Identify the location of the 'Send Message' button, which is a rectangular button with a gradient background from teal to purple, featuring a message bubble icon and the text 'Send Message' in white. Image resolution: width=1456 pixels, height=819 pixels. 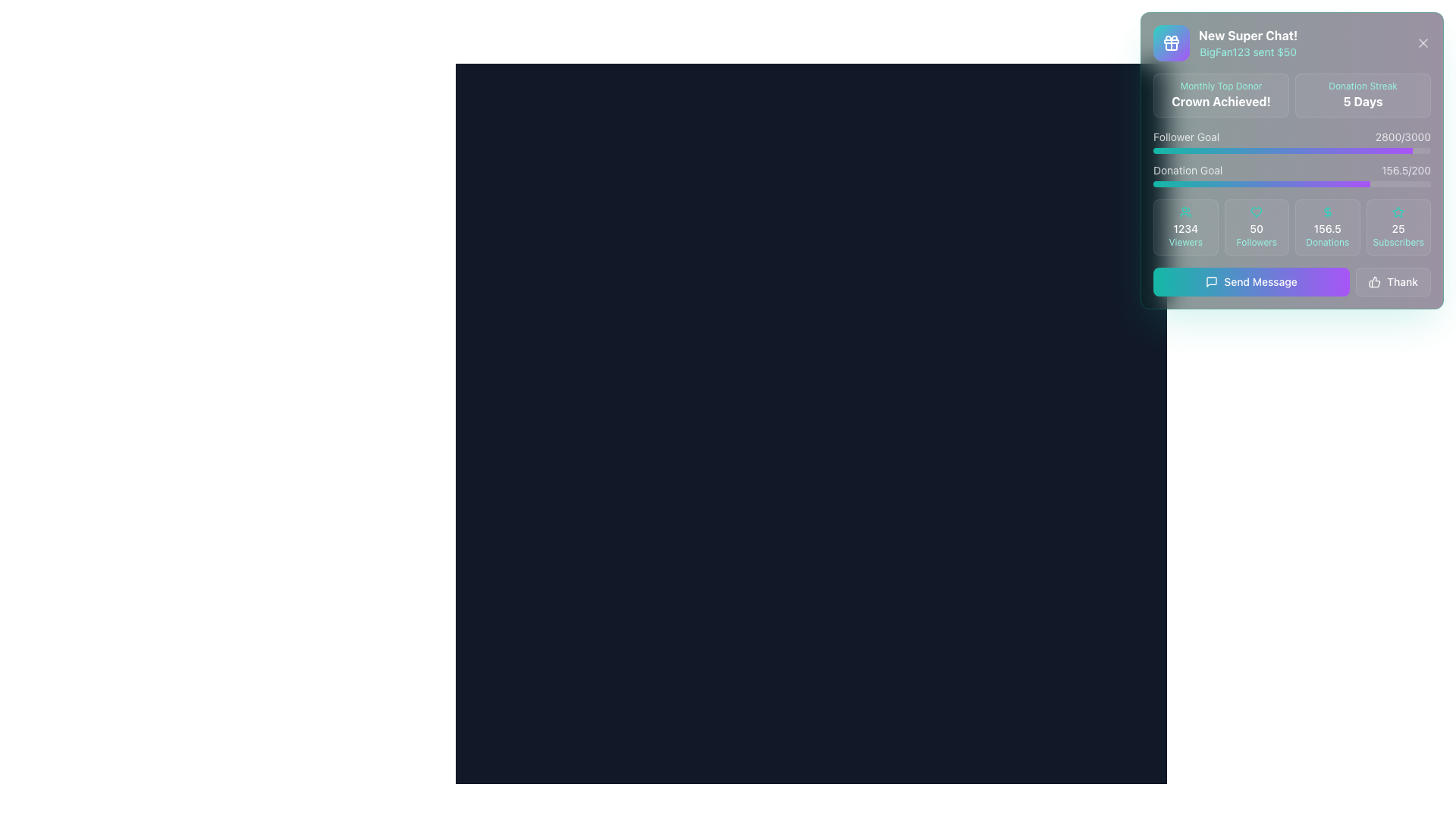
(1251, 281).